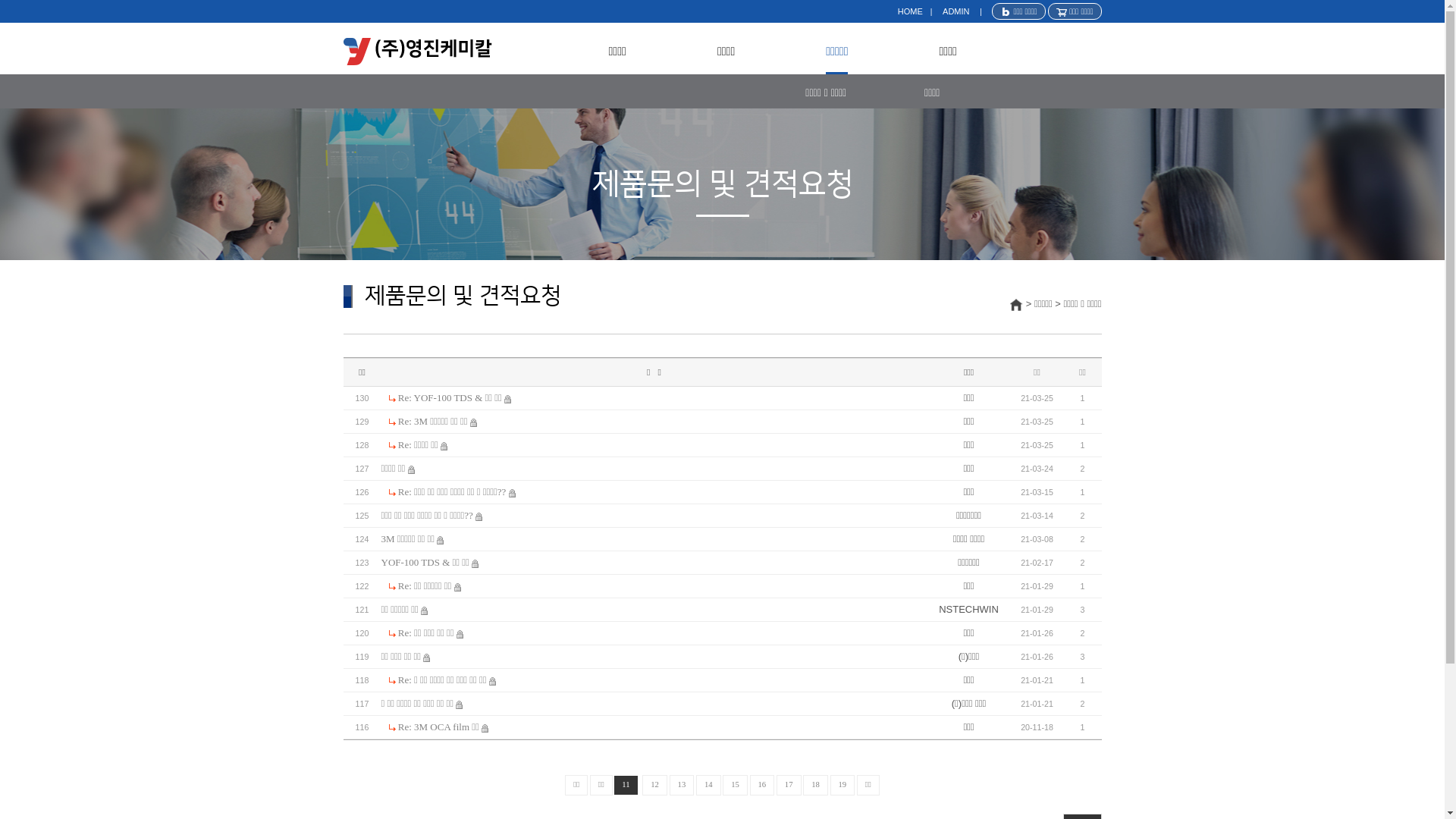 Image resolution: width=1456 pixels, height=819 pixels. I want to click on 'ADMIN', so click(955, 11).